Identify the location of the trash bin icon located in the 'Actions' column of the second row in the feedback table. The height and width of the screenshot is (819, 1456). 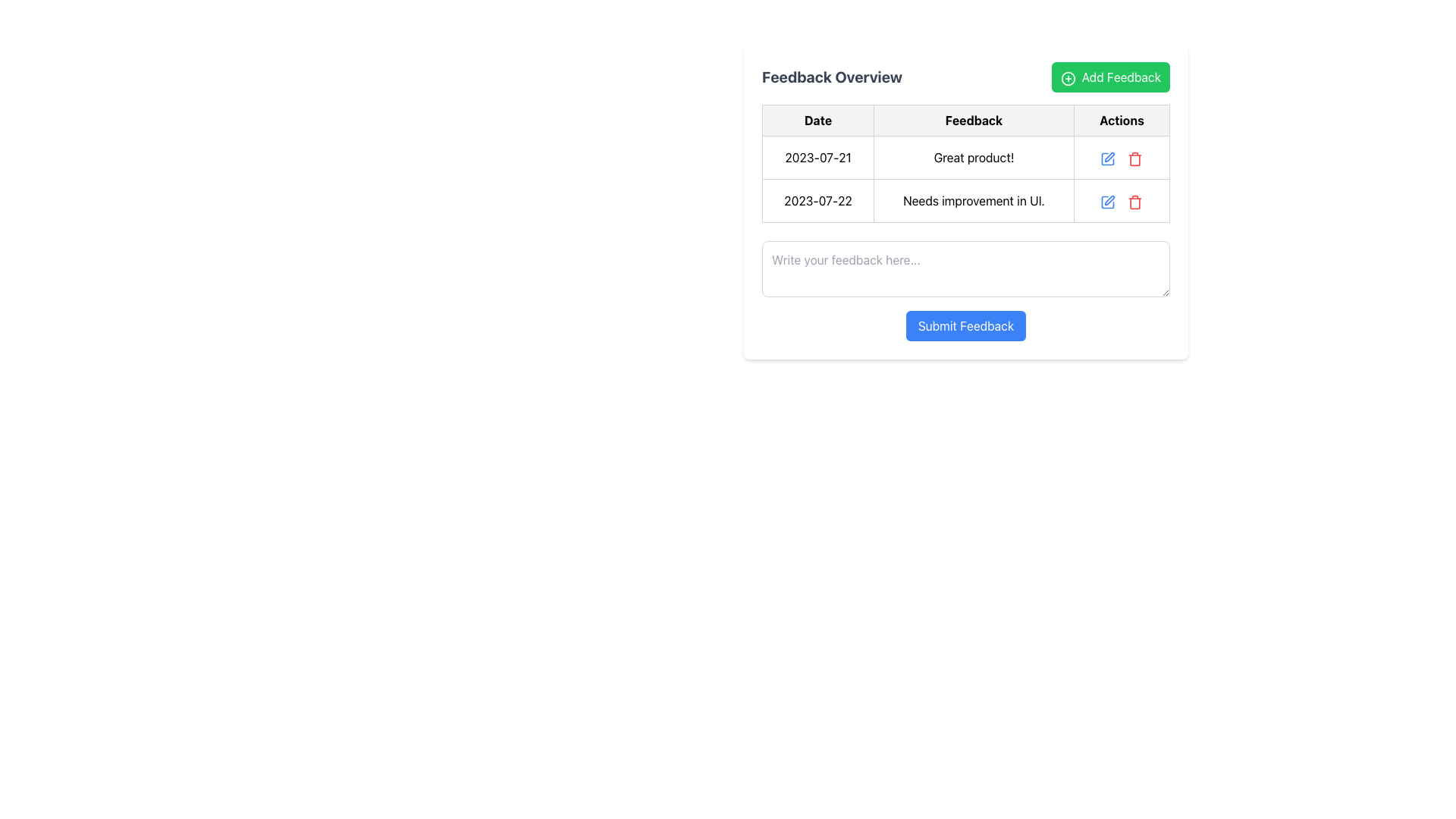
(1135, 201).